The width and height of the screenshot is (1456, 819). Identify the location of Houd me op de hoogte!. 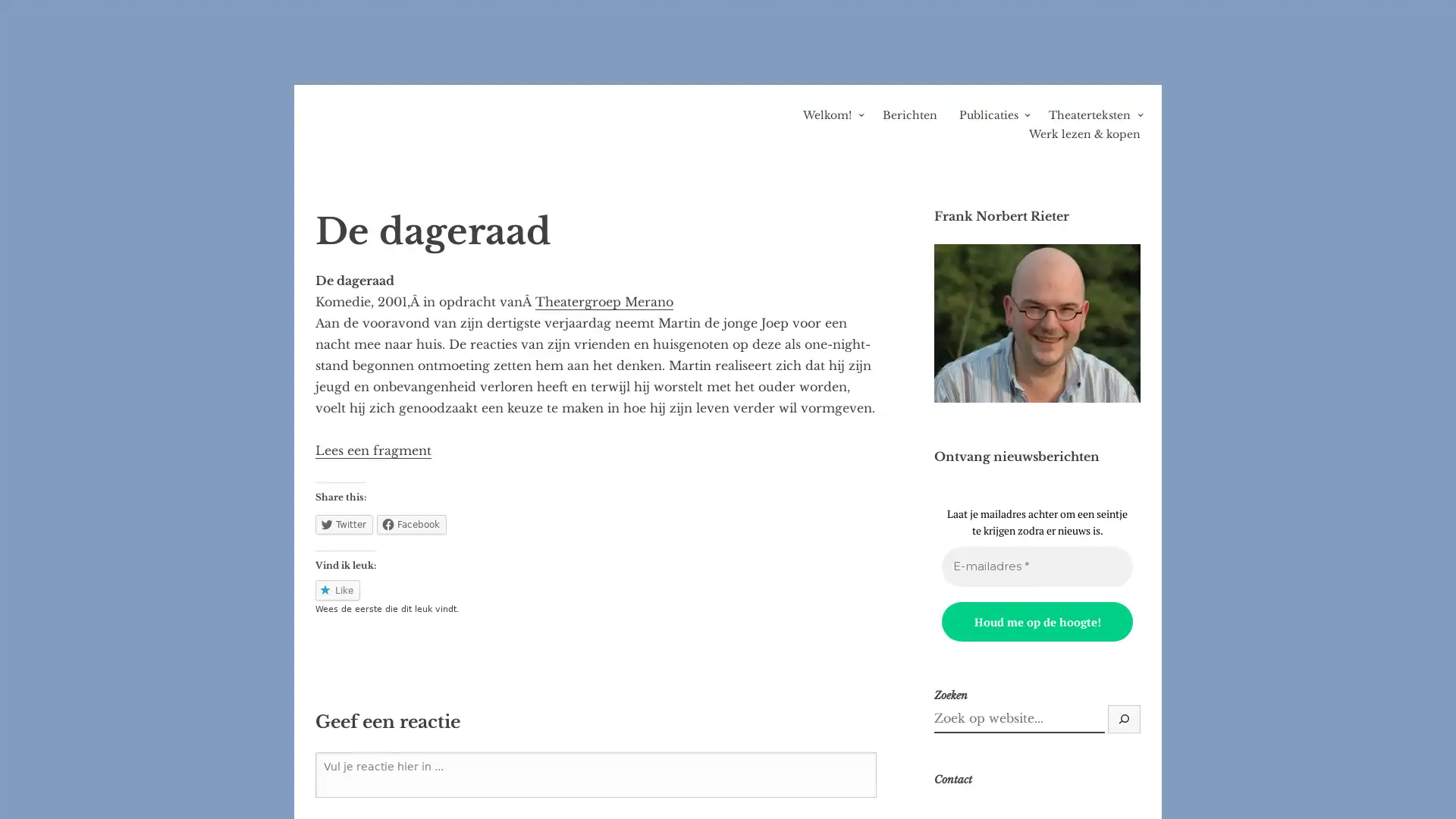
(1037, 621).